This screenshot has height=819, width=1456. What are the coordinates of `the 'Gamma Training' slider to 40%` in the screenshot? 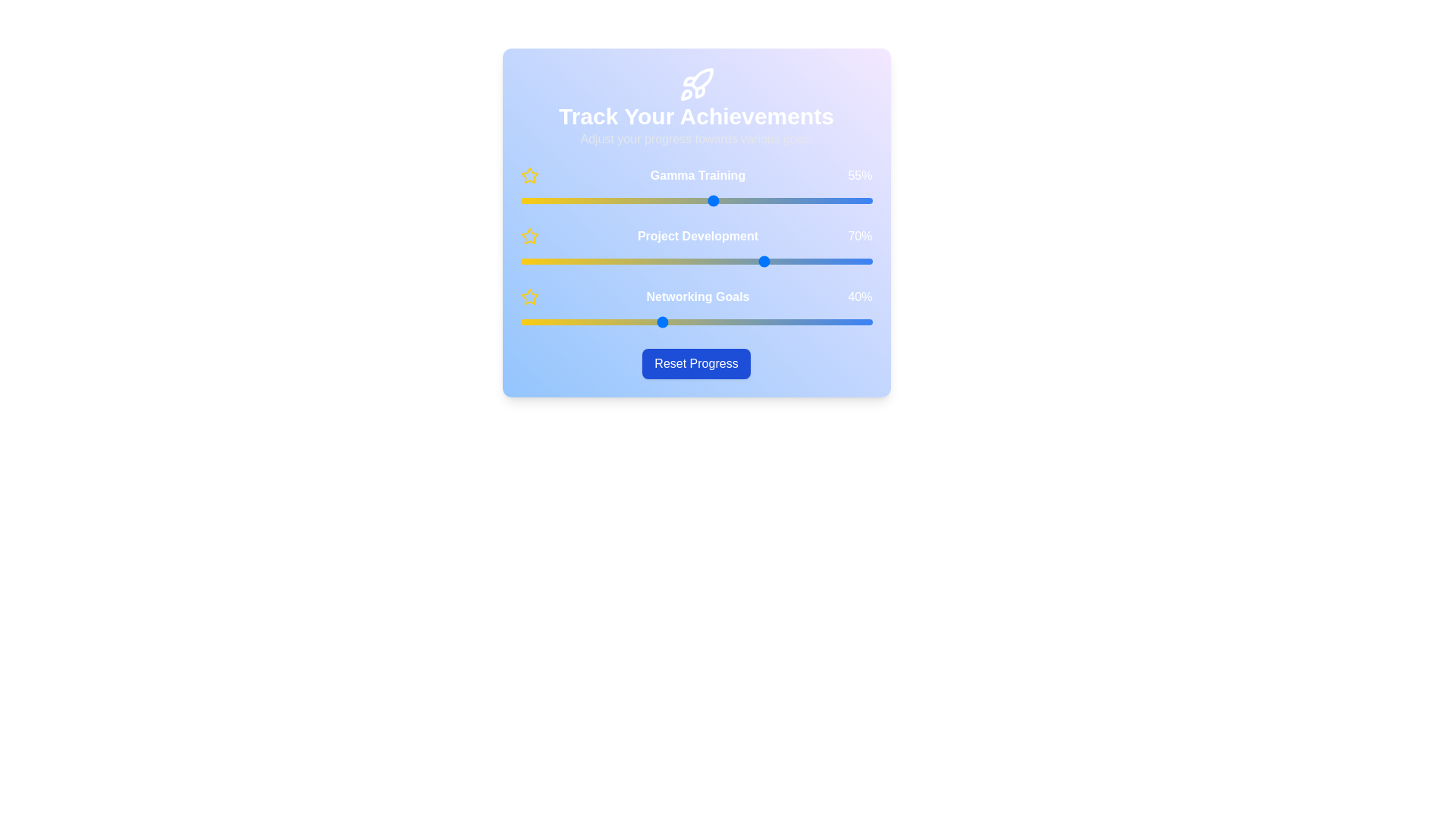 It's located at (661, 200).